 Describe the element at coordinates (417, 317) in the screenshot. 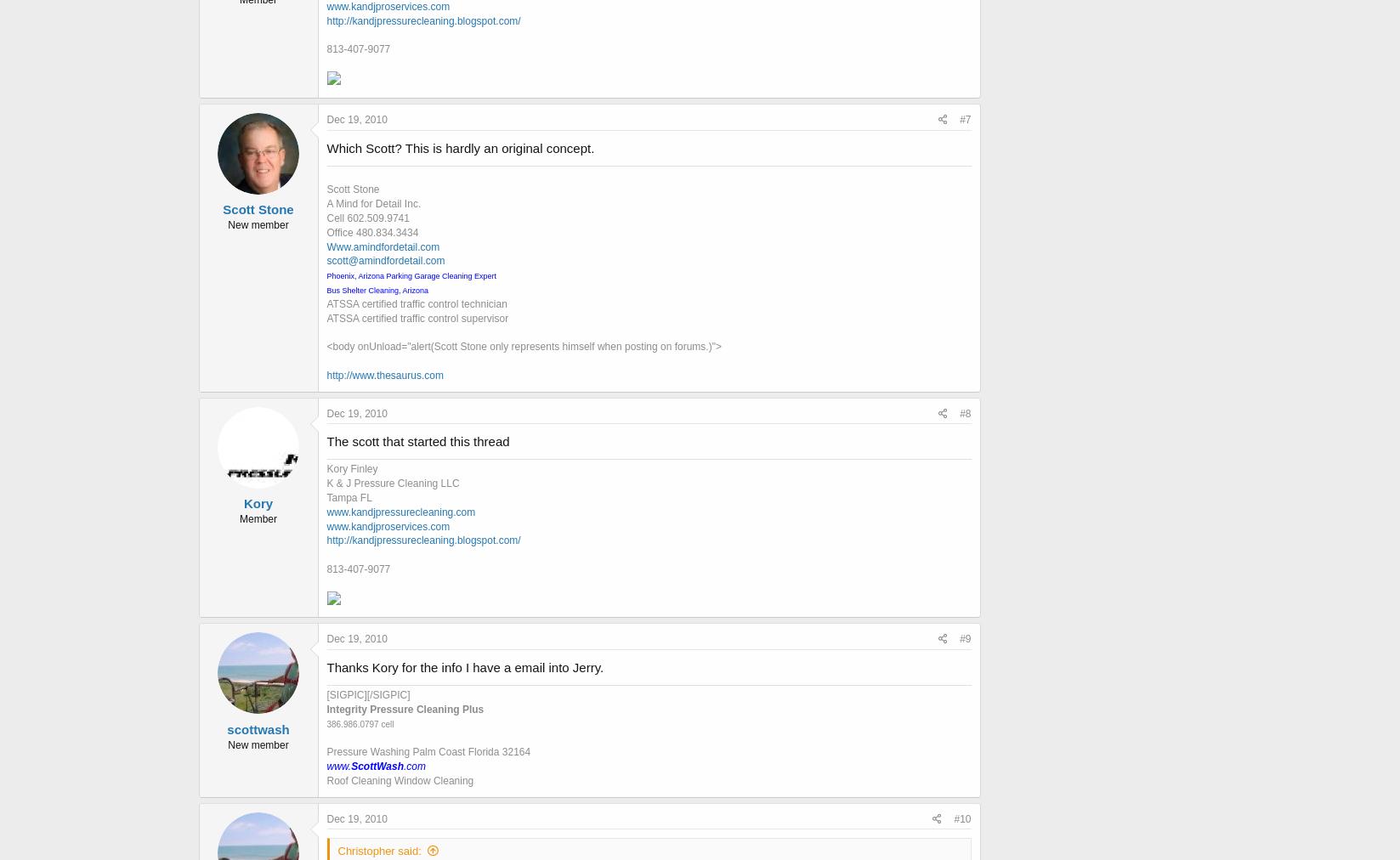

I see `'ATSSA certified traffic control supervisor'` at that location.